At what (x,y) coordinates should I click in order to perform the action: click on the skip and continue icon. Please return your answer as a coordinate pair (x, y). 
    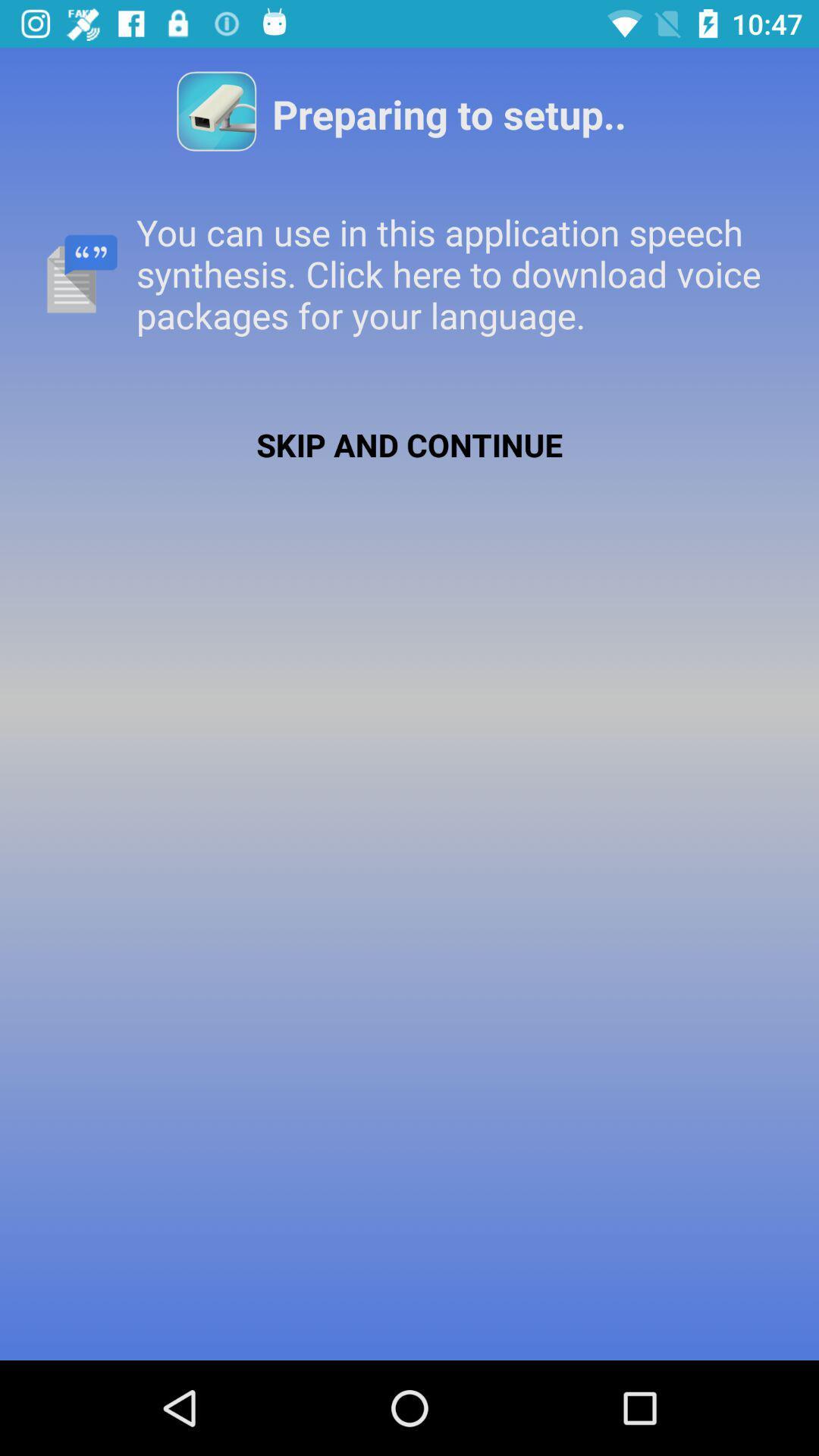
    Looking at the image, I should click on (409, 444).